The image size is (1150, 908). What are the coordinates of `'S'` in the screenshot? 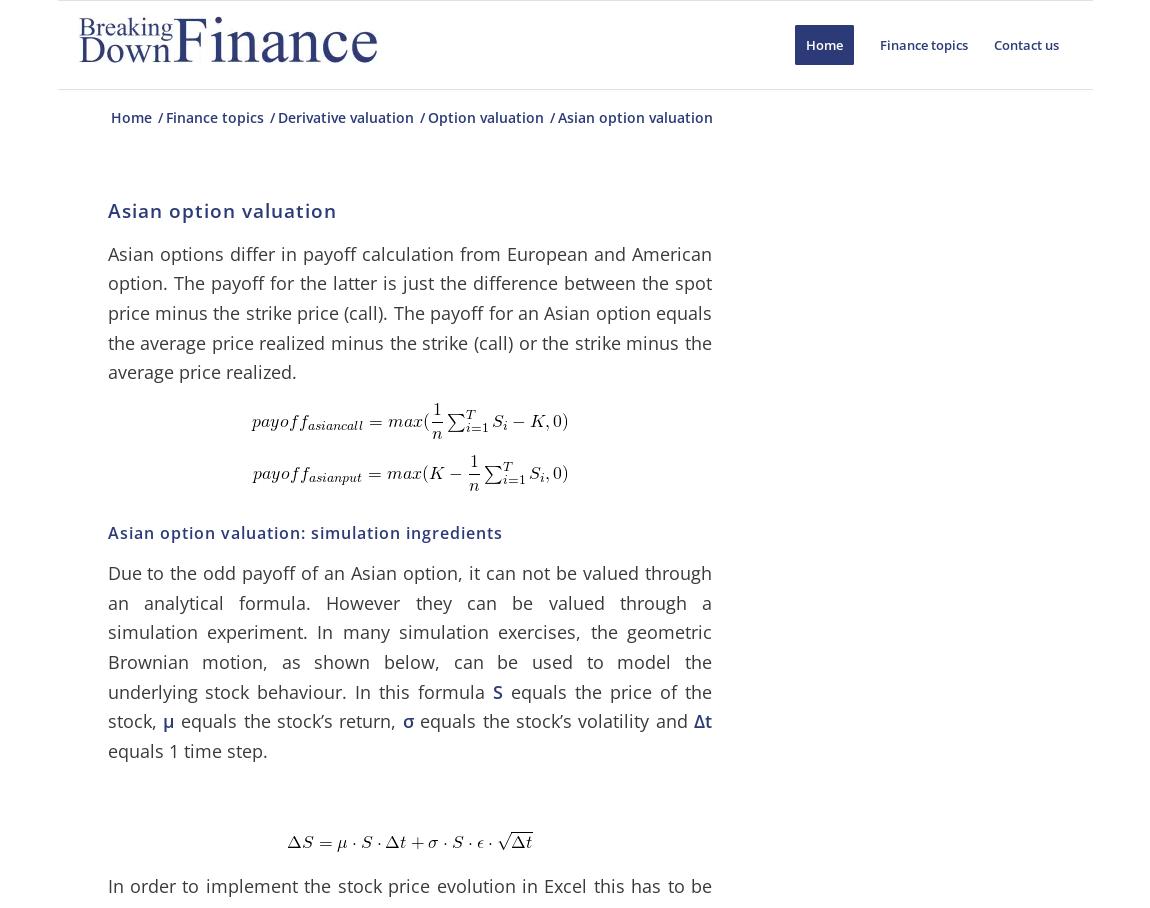 It's located at (497, 689).